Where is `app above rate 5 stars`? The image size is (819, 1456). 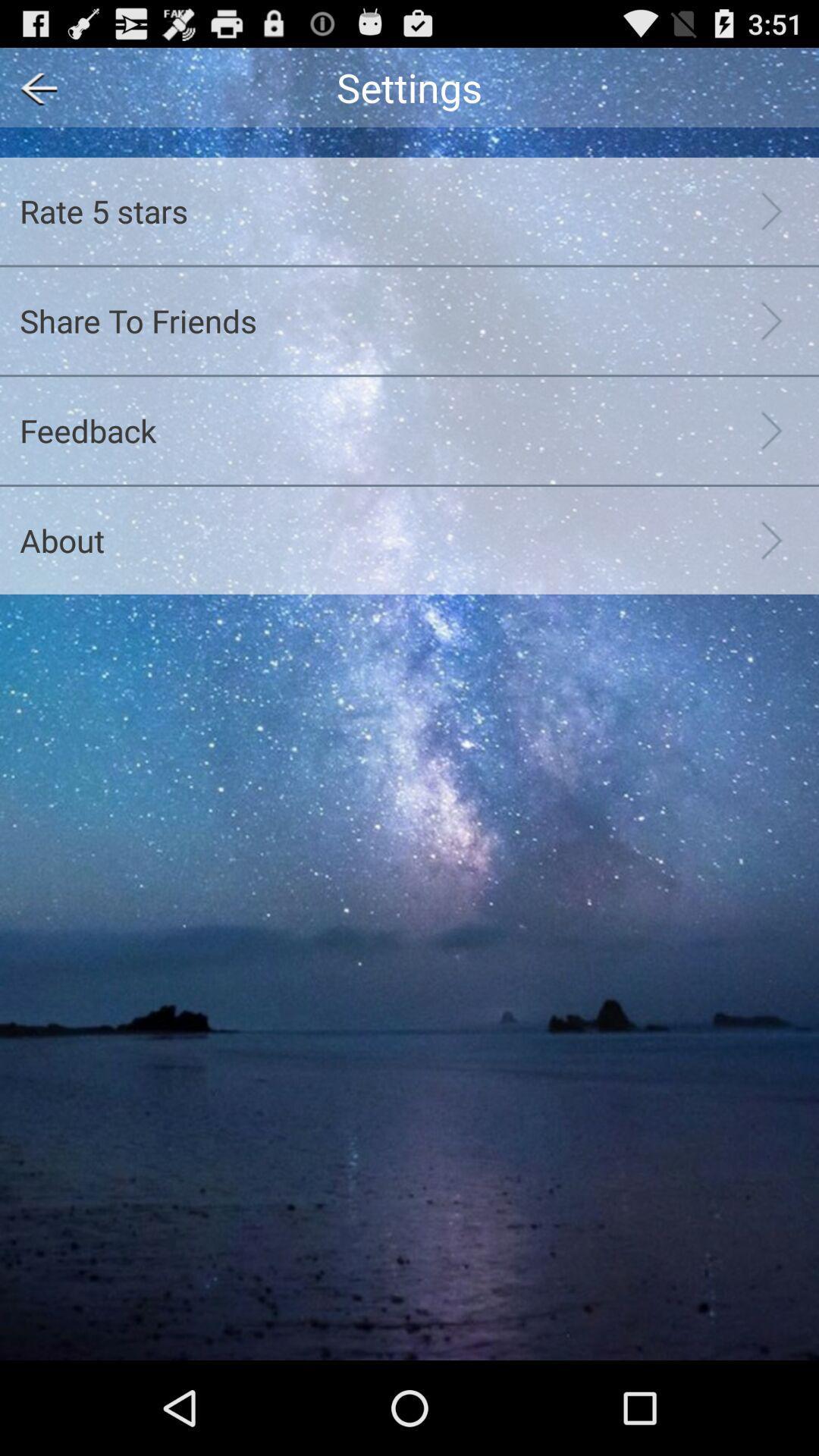 app above rate 5 stars is located at coordinates (33, 86).